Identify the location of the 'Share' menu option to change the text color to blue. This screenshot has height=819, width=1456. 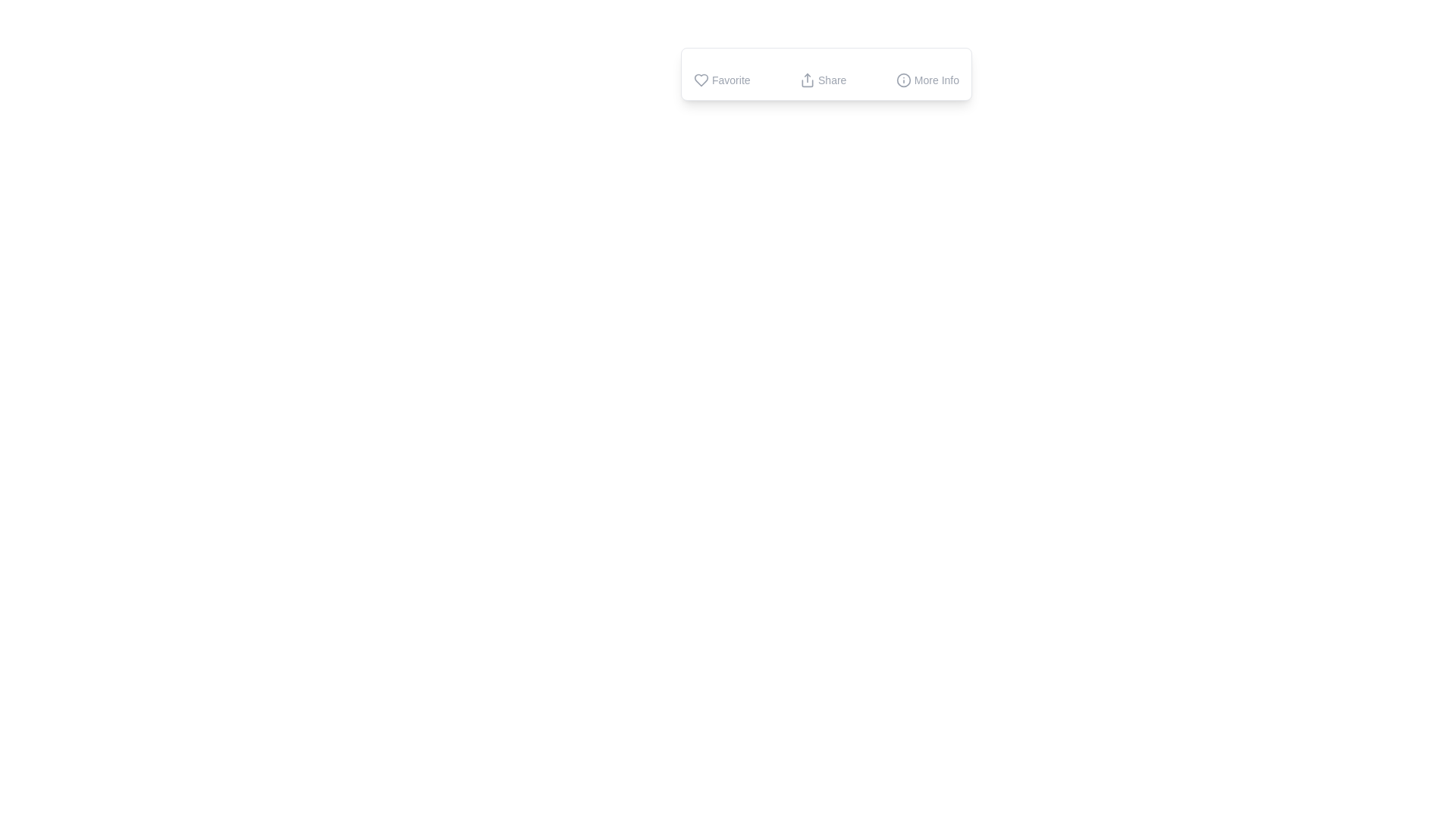
(825, 74).